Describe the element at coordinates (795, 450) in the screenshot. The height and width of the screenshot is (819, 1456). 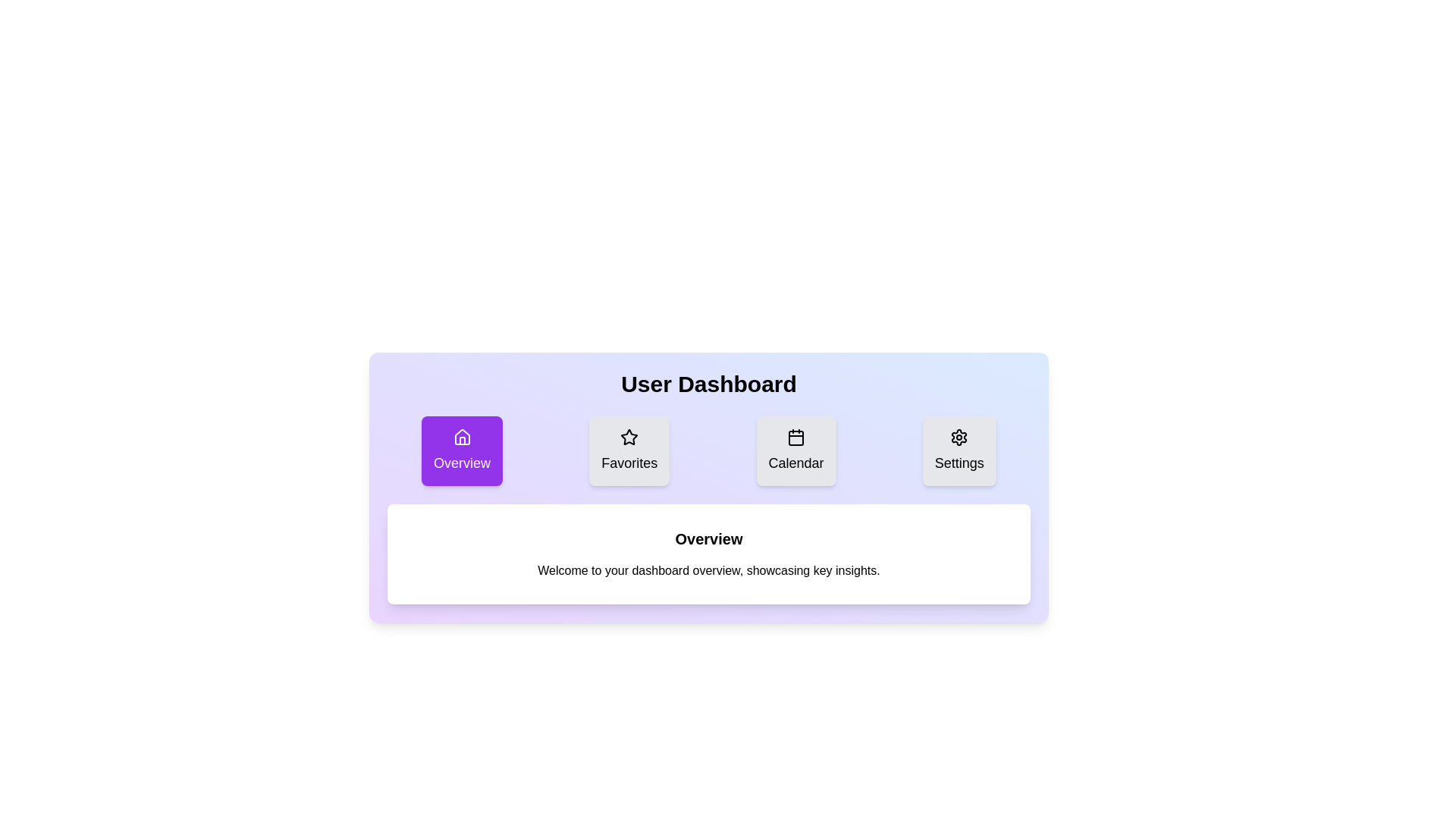
I see `the Calendar tab to view its content` at that location.